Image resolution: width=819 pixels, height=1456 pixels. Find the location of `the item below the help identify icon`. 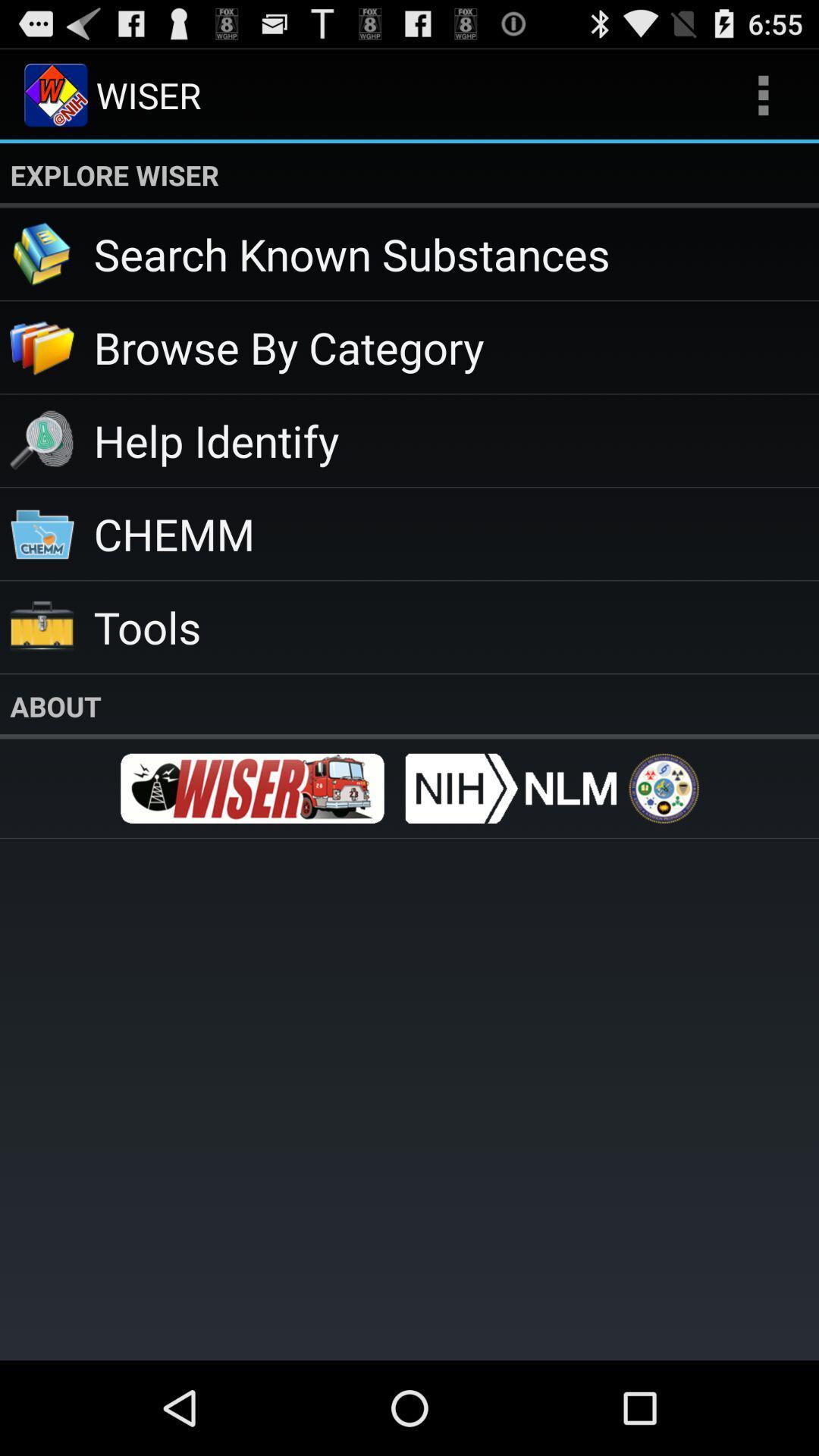

the item below the help identify icon is located at coordinates (455, 533).